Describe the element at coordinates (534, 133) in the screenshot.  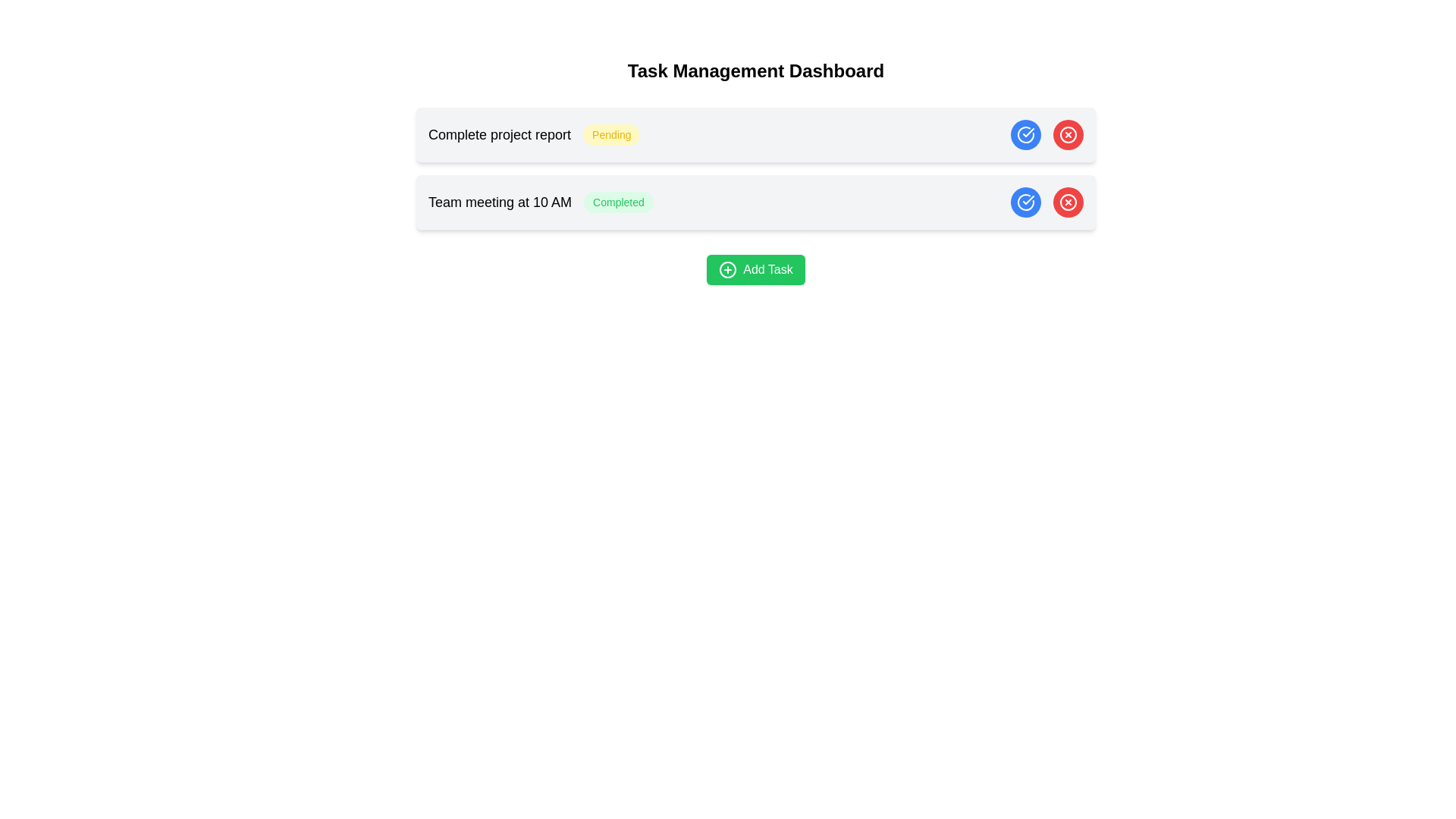
I see `text 'Complete project report' with the status 'Pending' that is displayed in the first task card at the specified coordinates` at that location.